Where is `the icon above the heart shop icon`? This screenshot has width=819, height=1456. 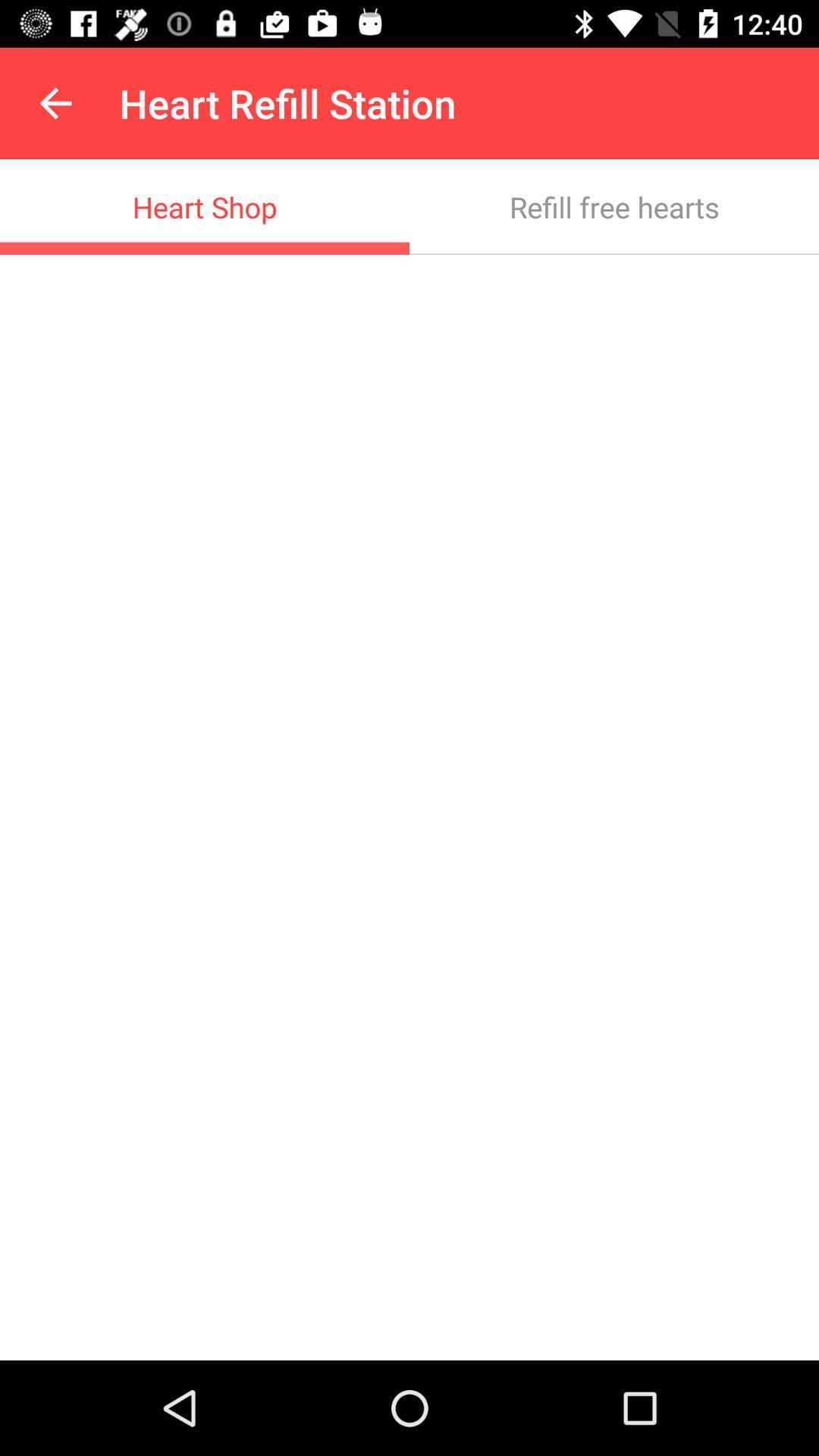 the icon above the heart shop icon is located at coordinates (55, 102).